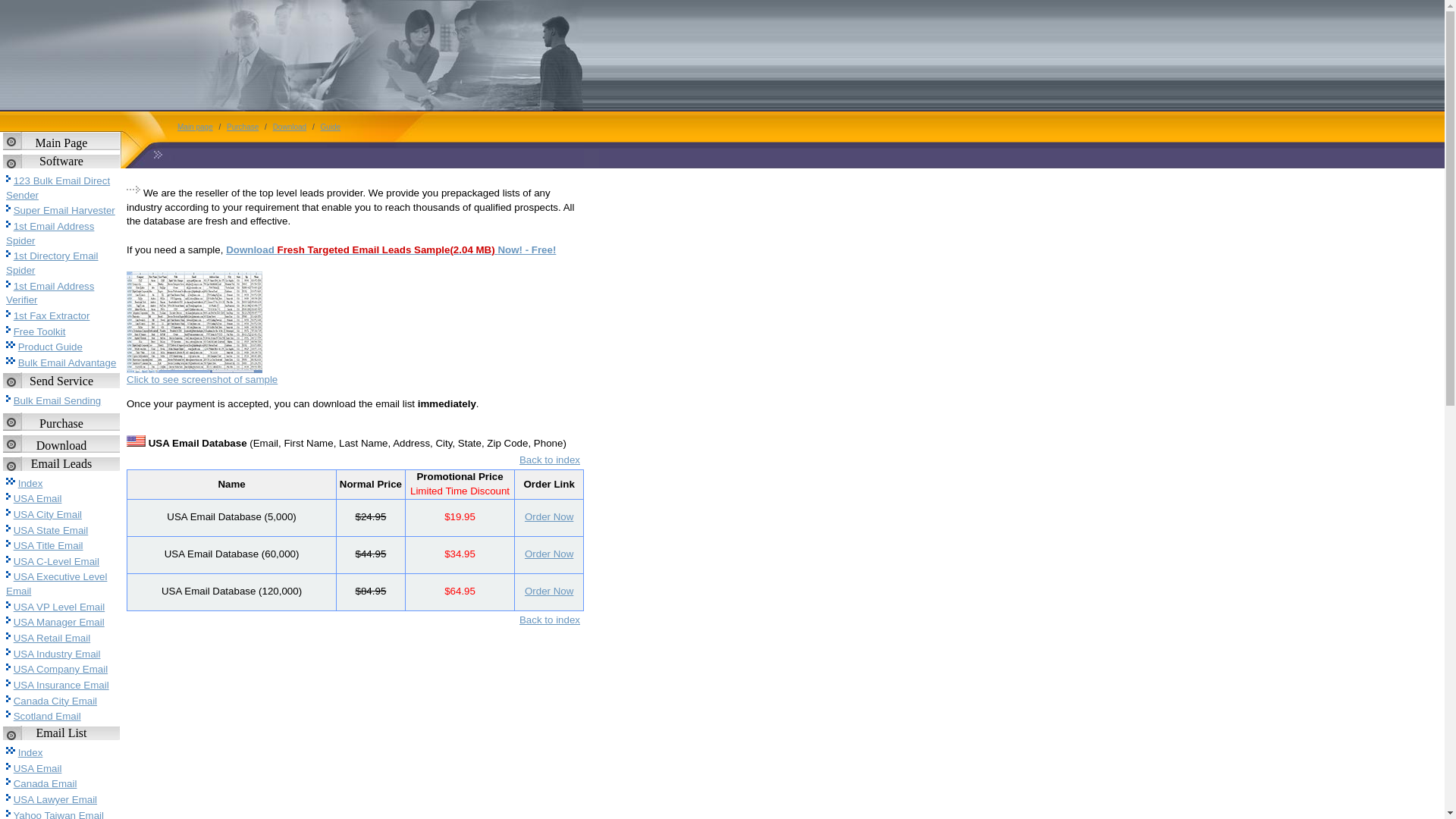  Describe the element at coordinates (243, 126) in the screenshot. I see `'Purchase'` at that location.